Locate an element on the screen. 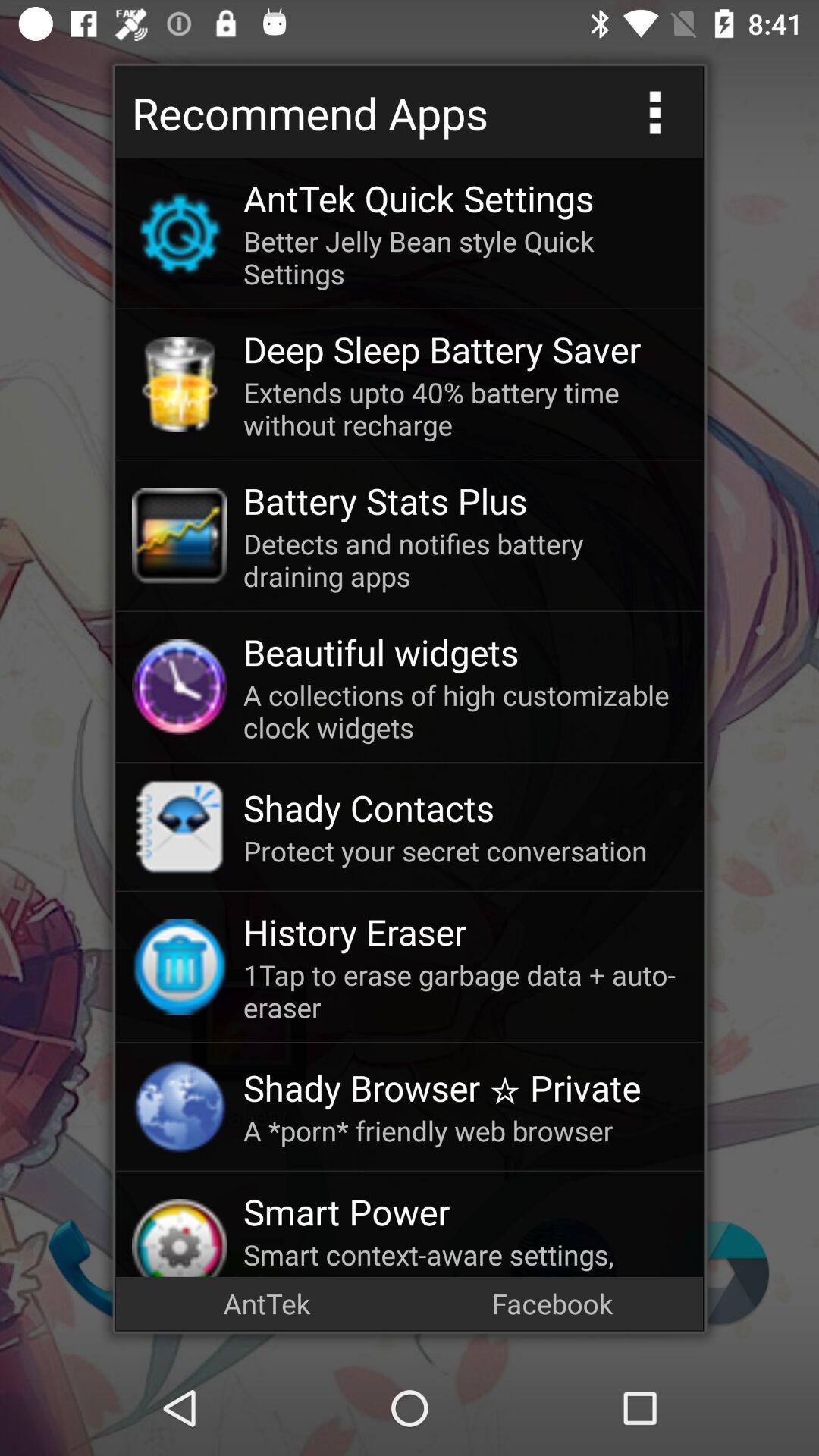 Image resolution: width=819 pixels, height=1456 pixels. a porn friendly icon is located at coordinates (464, 1131).